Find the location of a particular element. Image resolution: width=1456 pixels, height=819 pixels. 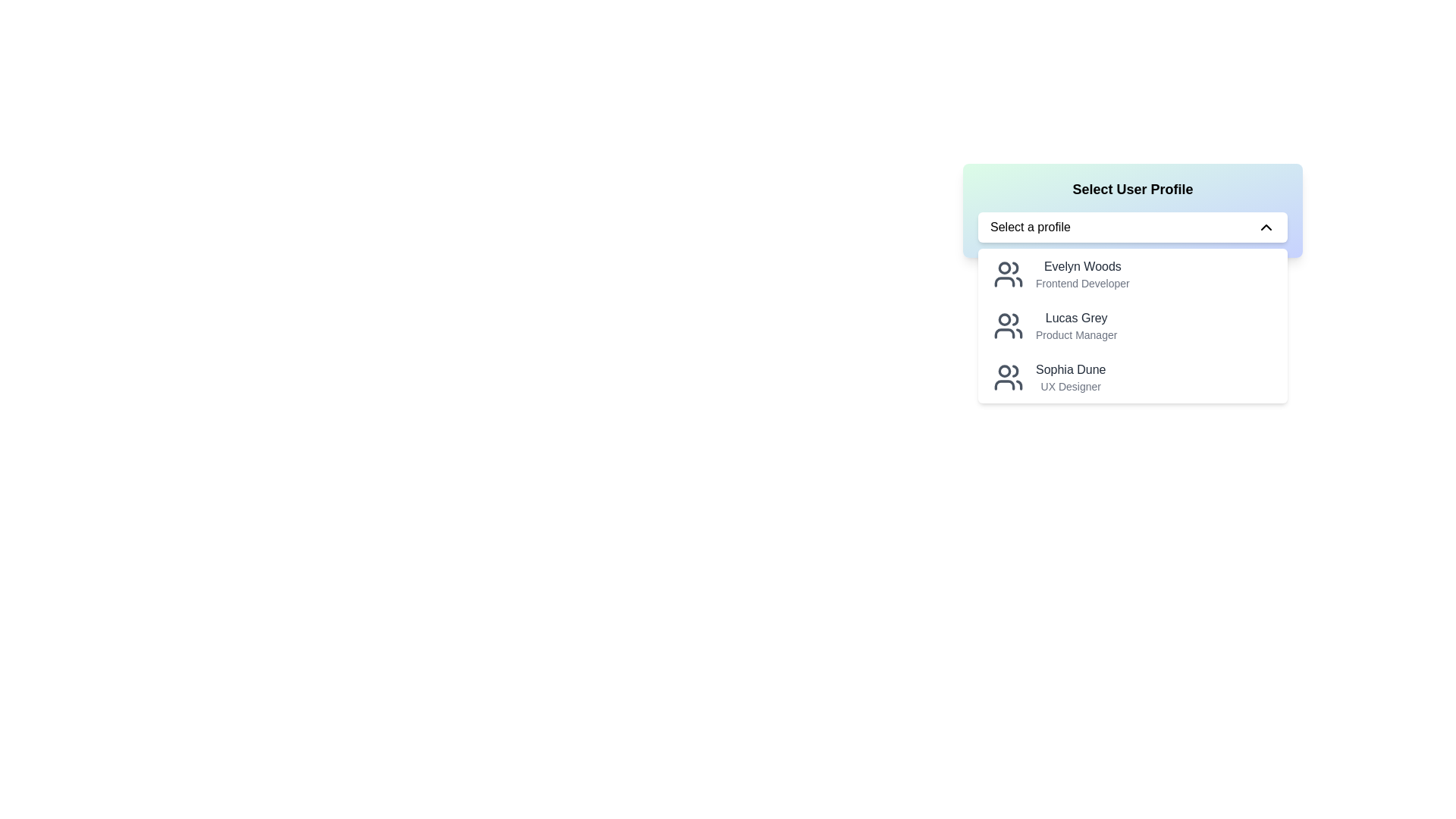

the SVG icon representing a group of users styled in a two-tone outline design, located to the left of the text 'Lucas Grey' and 'Product Manager' in the user profile selection dropdown menu is located at coordinates (1008, 325).